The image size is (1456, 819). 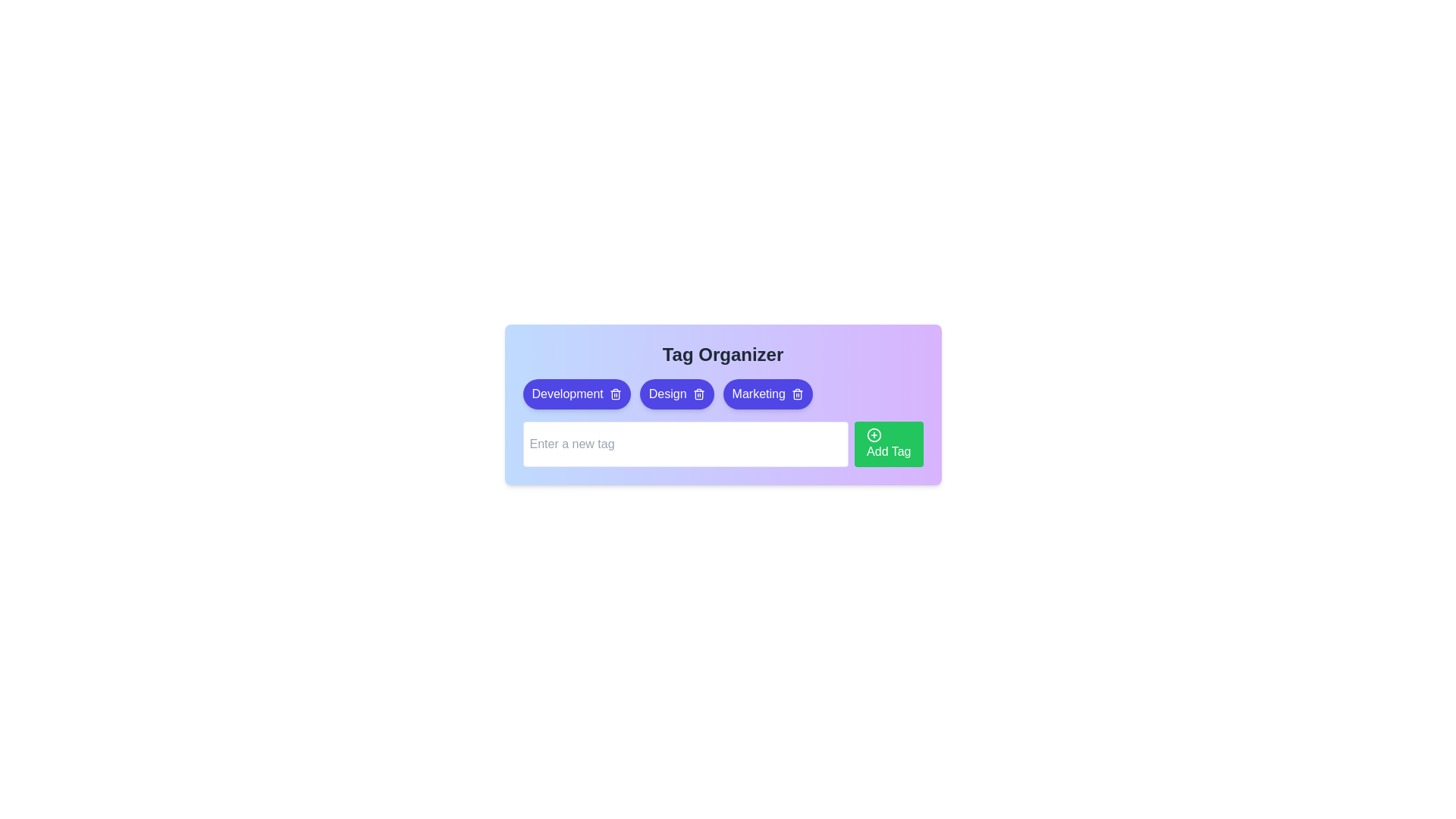 I want to click on the delete button associated with the 'Design' tag to possibly display a tooltip, so click(x=698, y=394).